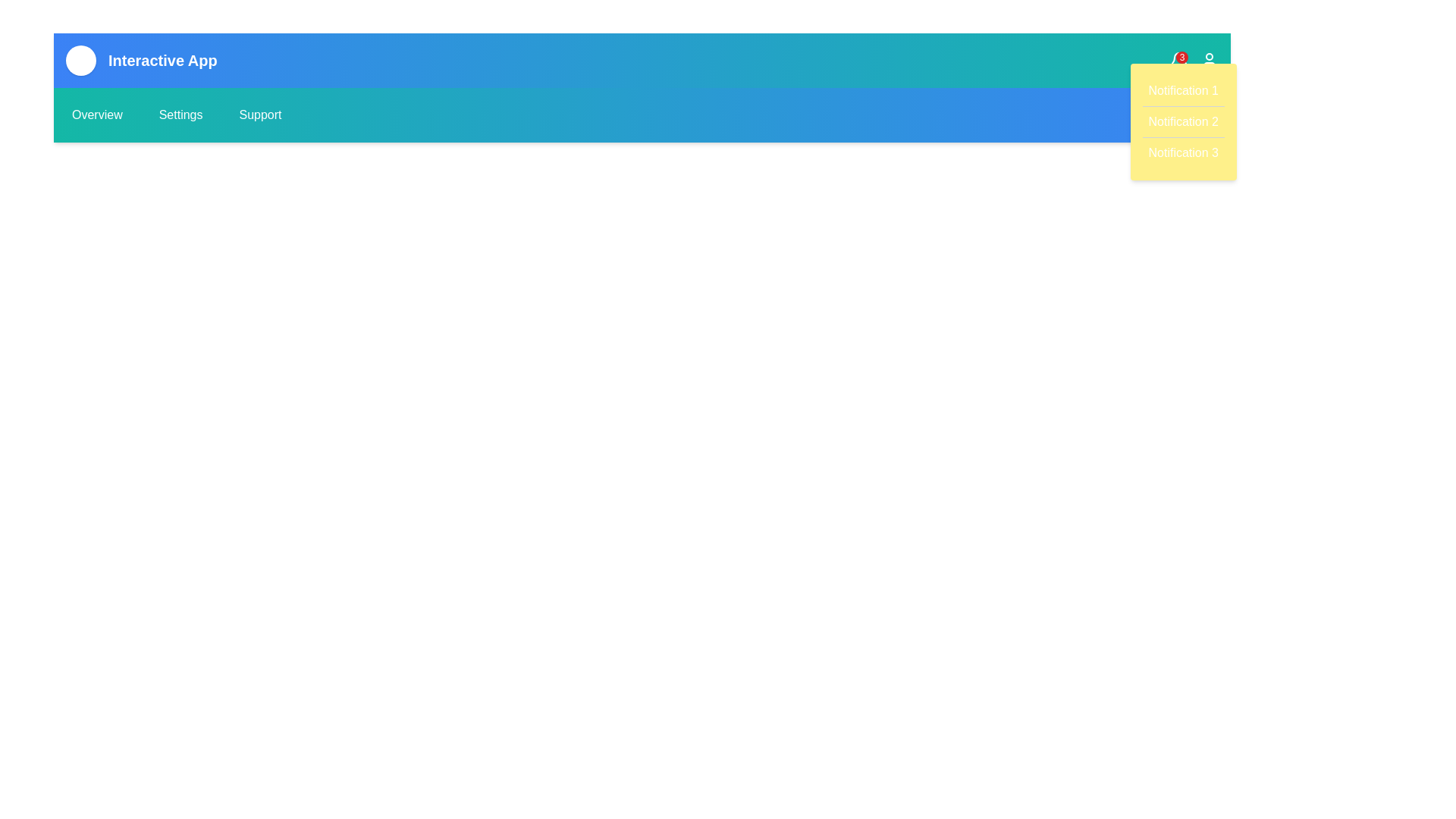  Describe the element at coordinates (180, 114) in the screenshot. I see `the menu item Settings from the options Overview, Settings, or Support` at that location.